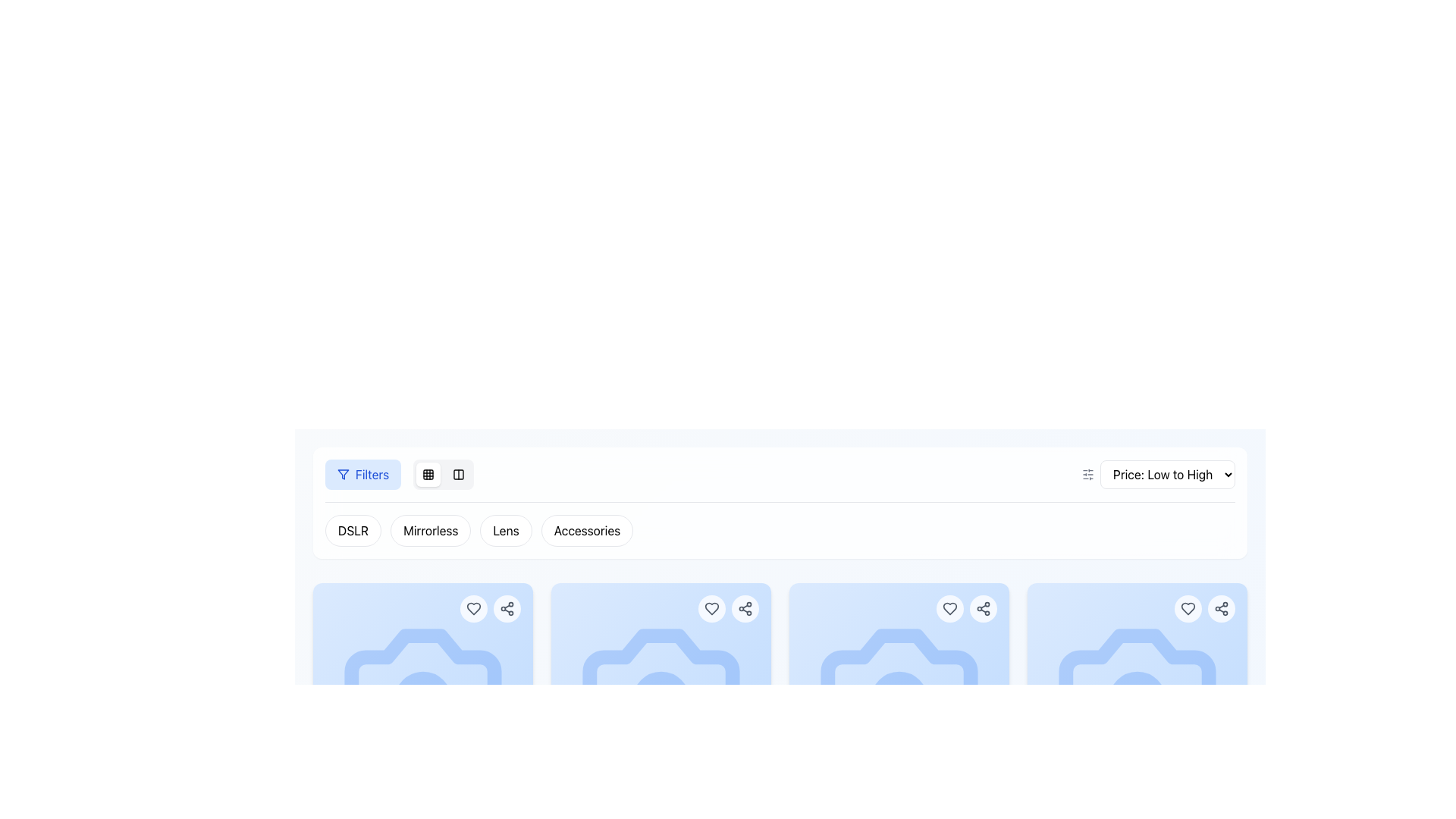 The image size is (1456, 819). What do you see at coordinates (586, 529) in the screenshot?
I see `the 'Accessories' button, which is the fourth button in a horizontal row, located to the right of the 'Lens' button` at bounding box center [586, 529].